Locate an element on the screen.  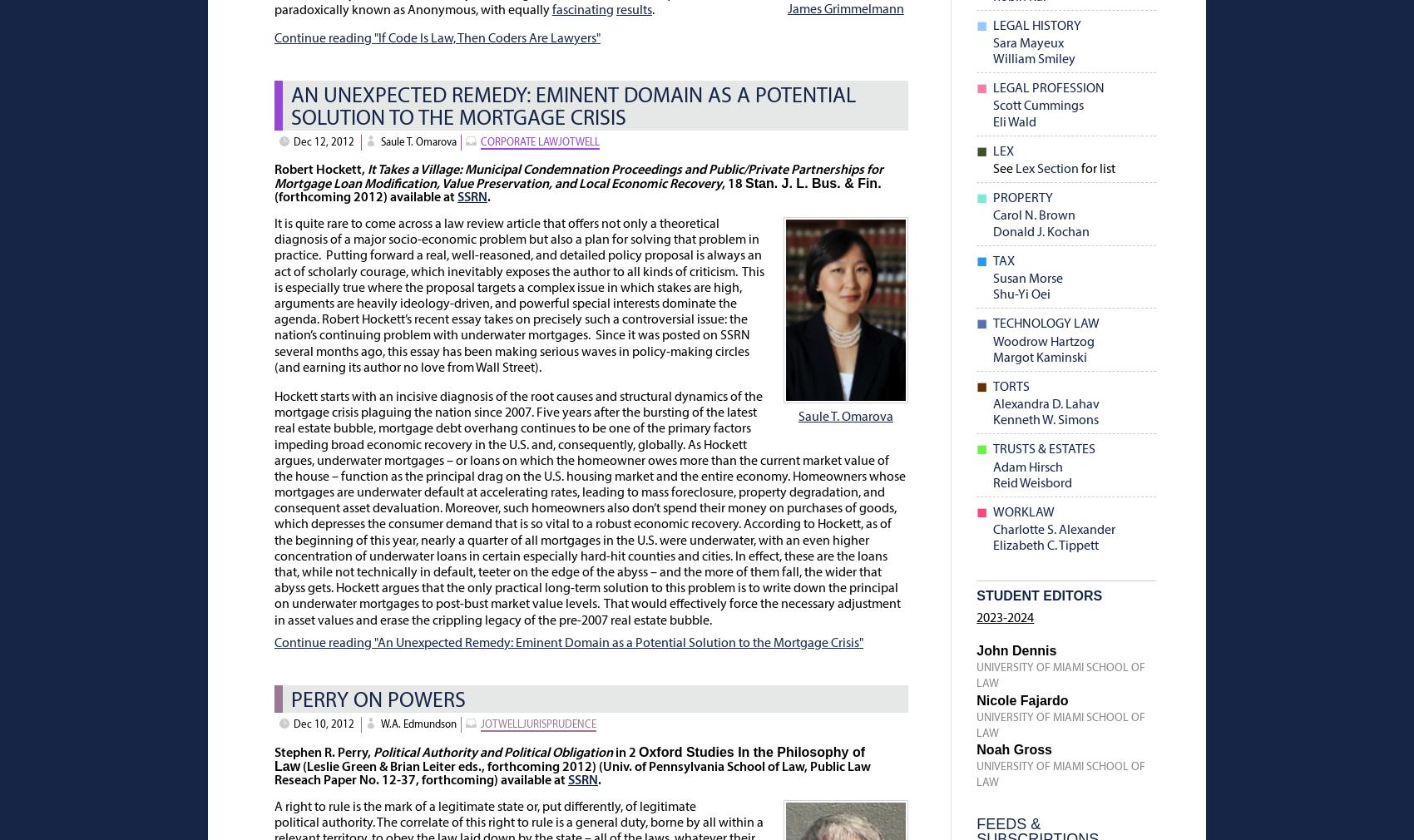
'William Smiley' is located at coordinates (1033, 59).